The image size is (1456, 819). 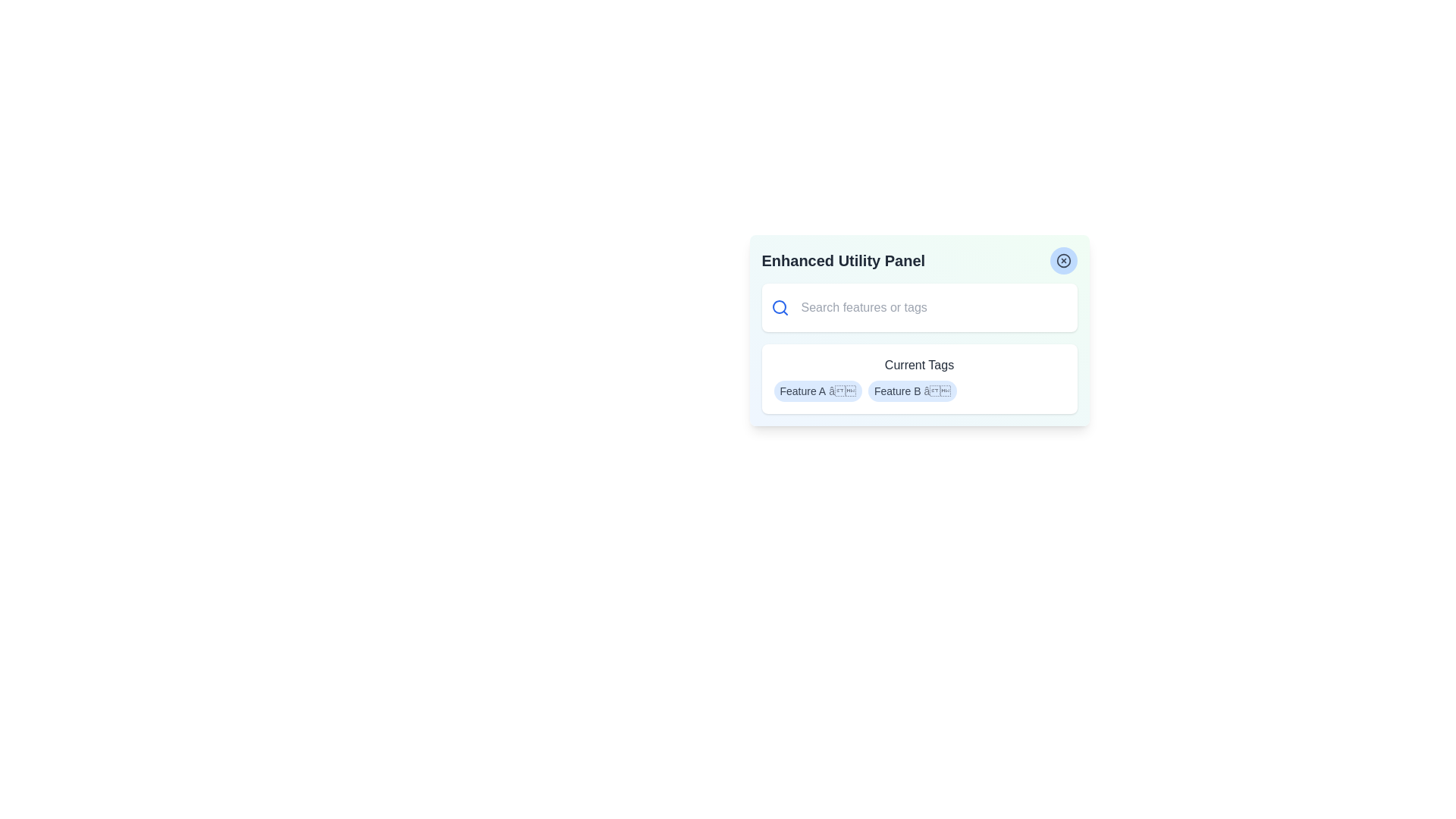 What do you see at coordinates (802, 391) in the screenshot?
I see `the static text element displaying 'Feature A' within the tag-like component in the 'Current Tags' section, which is the first tag on the left of the '×' icon` at bounding box center [802, 391].